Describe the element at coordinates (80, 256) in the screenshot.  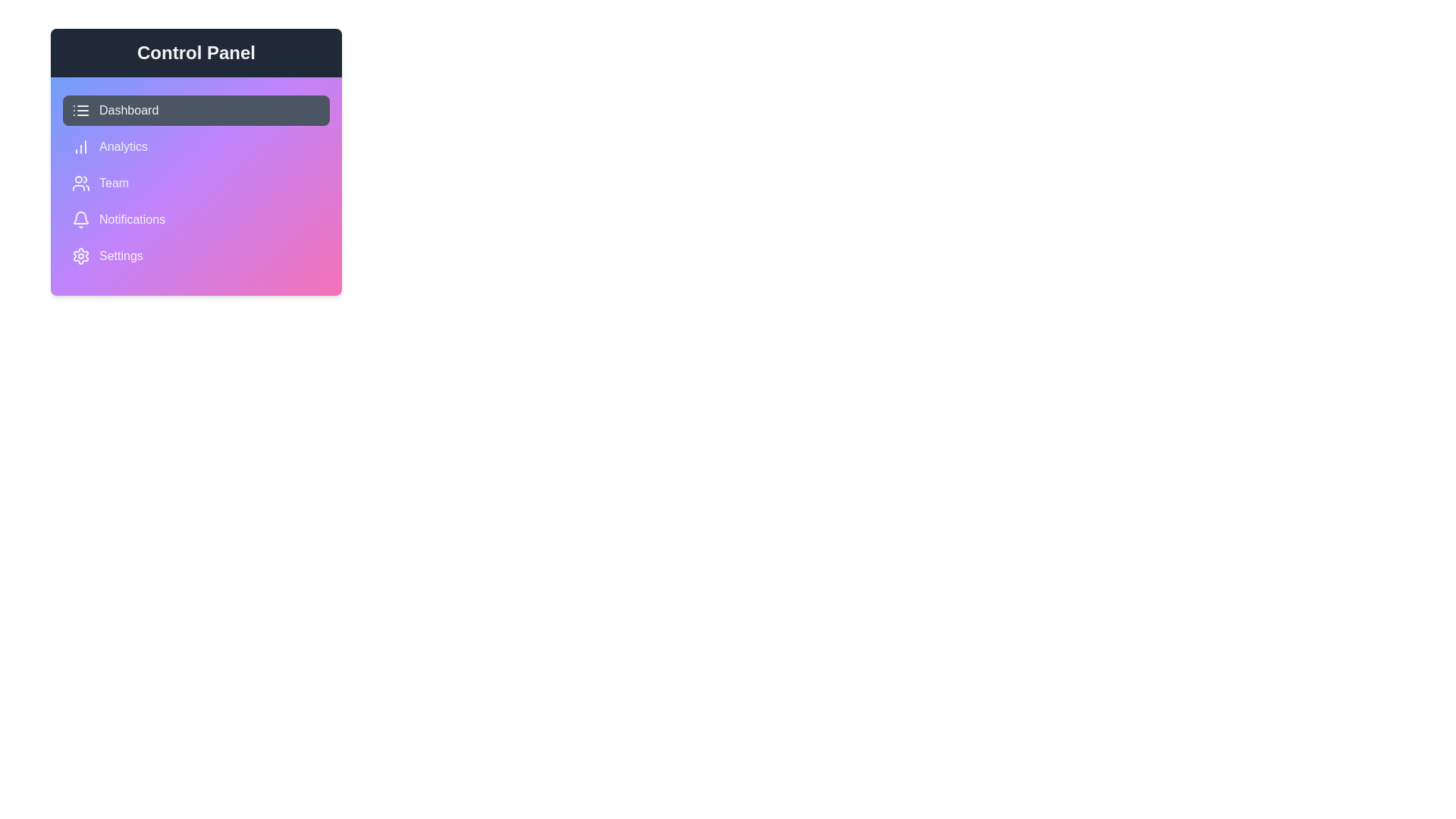
I see `the distinct purple cogwheel icon with intricate line details located in the 'Settings' section of the 'Control Panel' menu` at that location.